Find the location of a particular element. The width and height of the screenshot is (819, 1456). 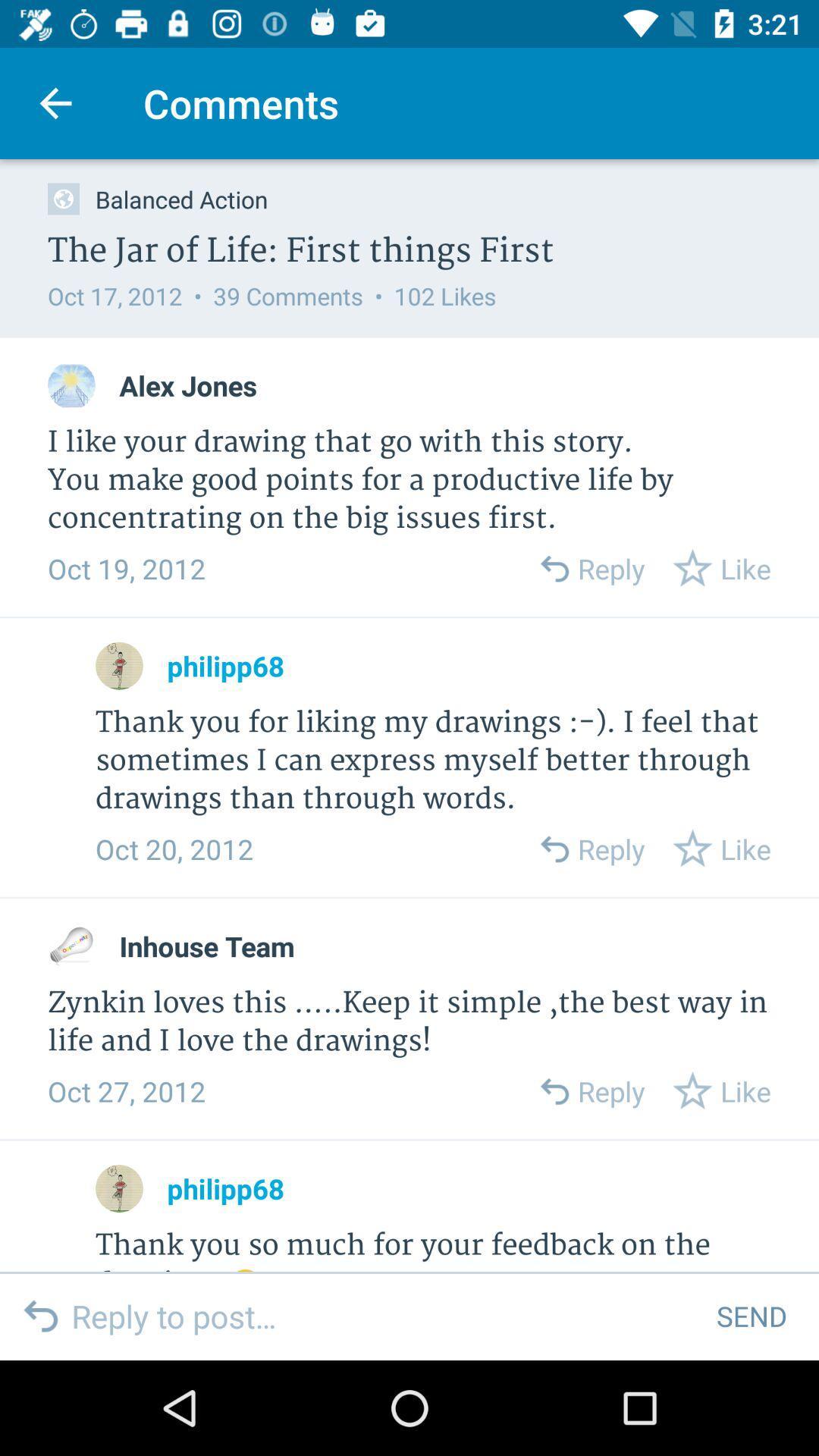

click comment is located at coordinates (71, 946).